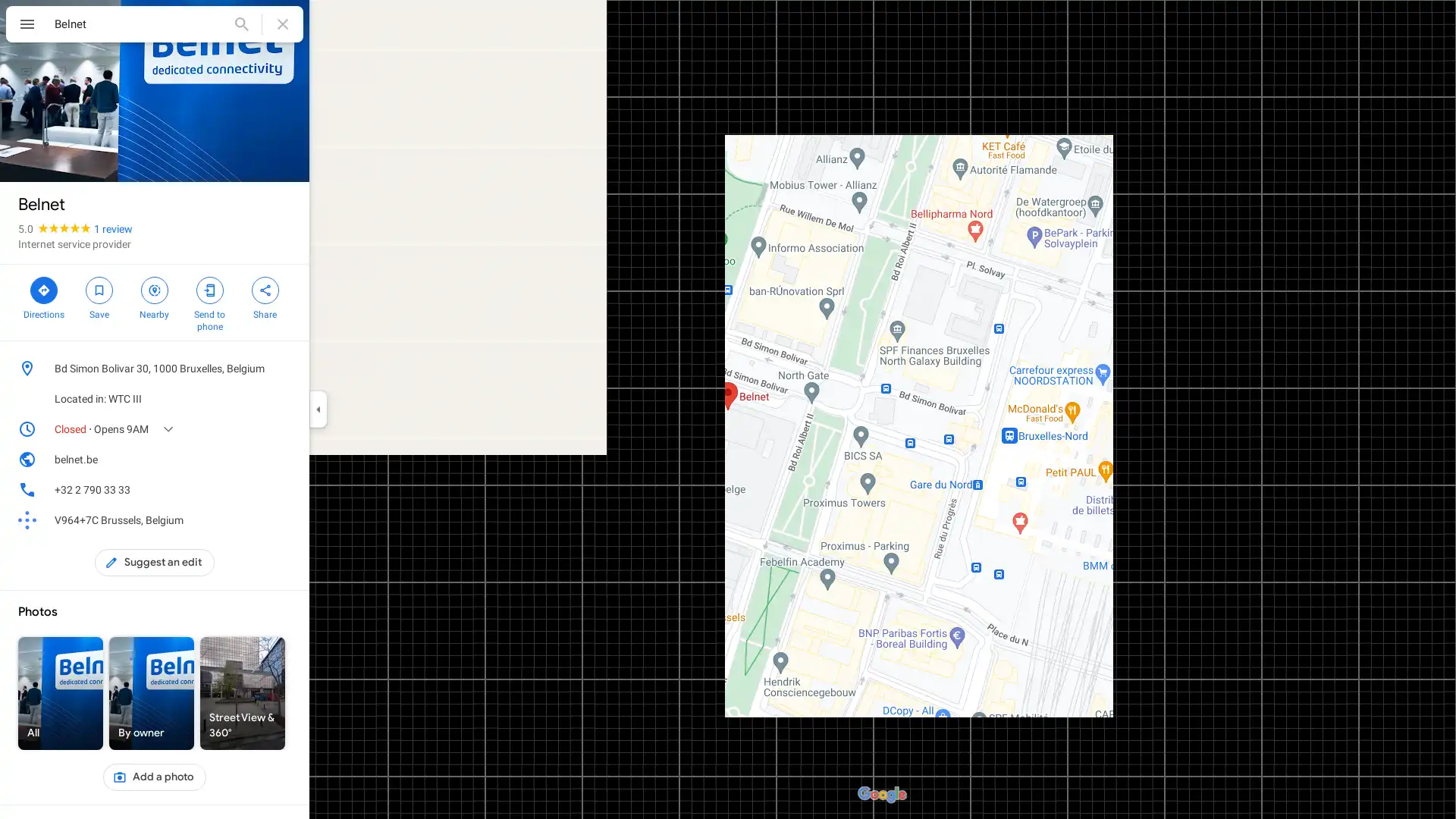 This screenshot has height=819, width=1456. Describe the element at coordinates (112, 228) in the screenshot. I see `1 review` at that location.